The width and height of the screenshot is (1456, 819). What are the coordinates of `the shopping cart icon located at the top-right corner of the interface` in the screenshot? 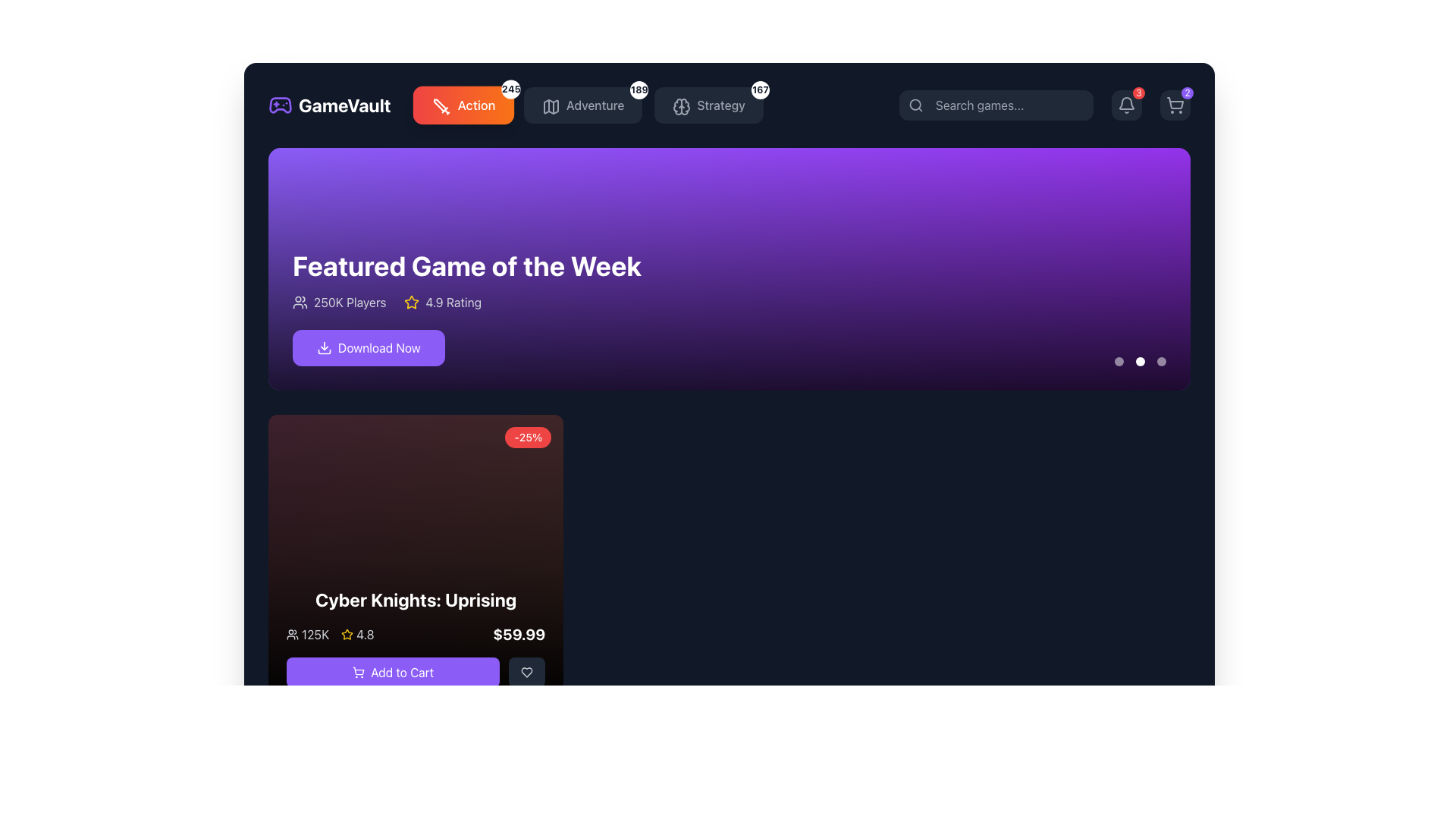 It's located at (1175, 104).